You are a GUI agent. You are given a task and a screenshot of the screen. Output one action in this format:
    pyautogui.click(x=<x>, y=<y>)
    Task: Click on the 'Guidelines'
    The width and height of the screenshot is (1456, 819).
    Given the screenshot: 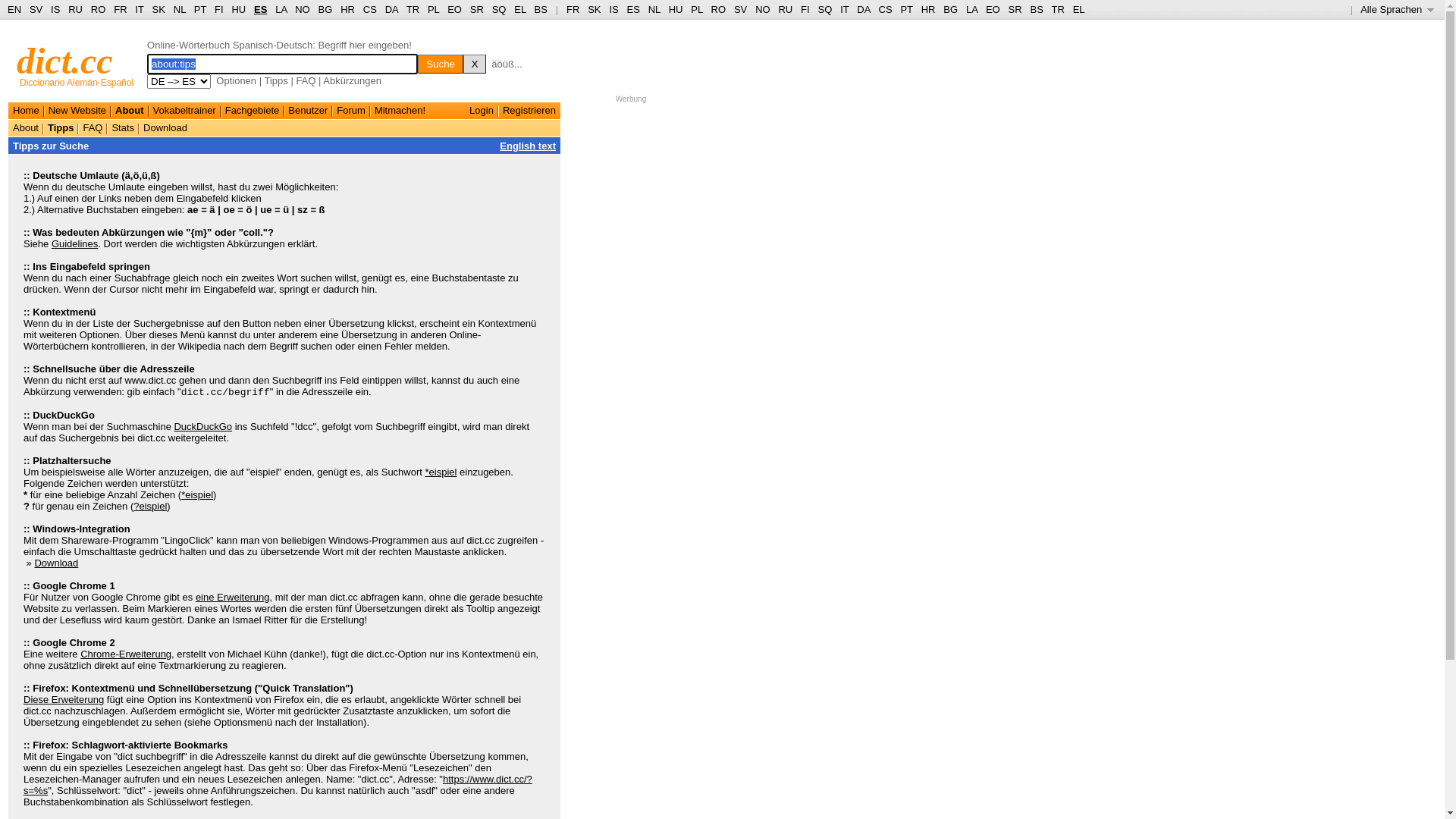 What is the action you would take?
    pyautogui.click(x=74, y=243)
    